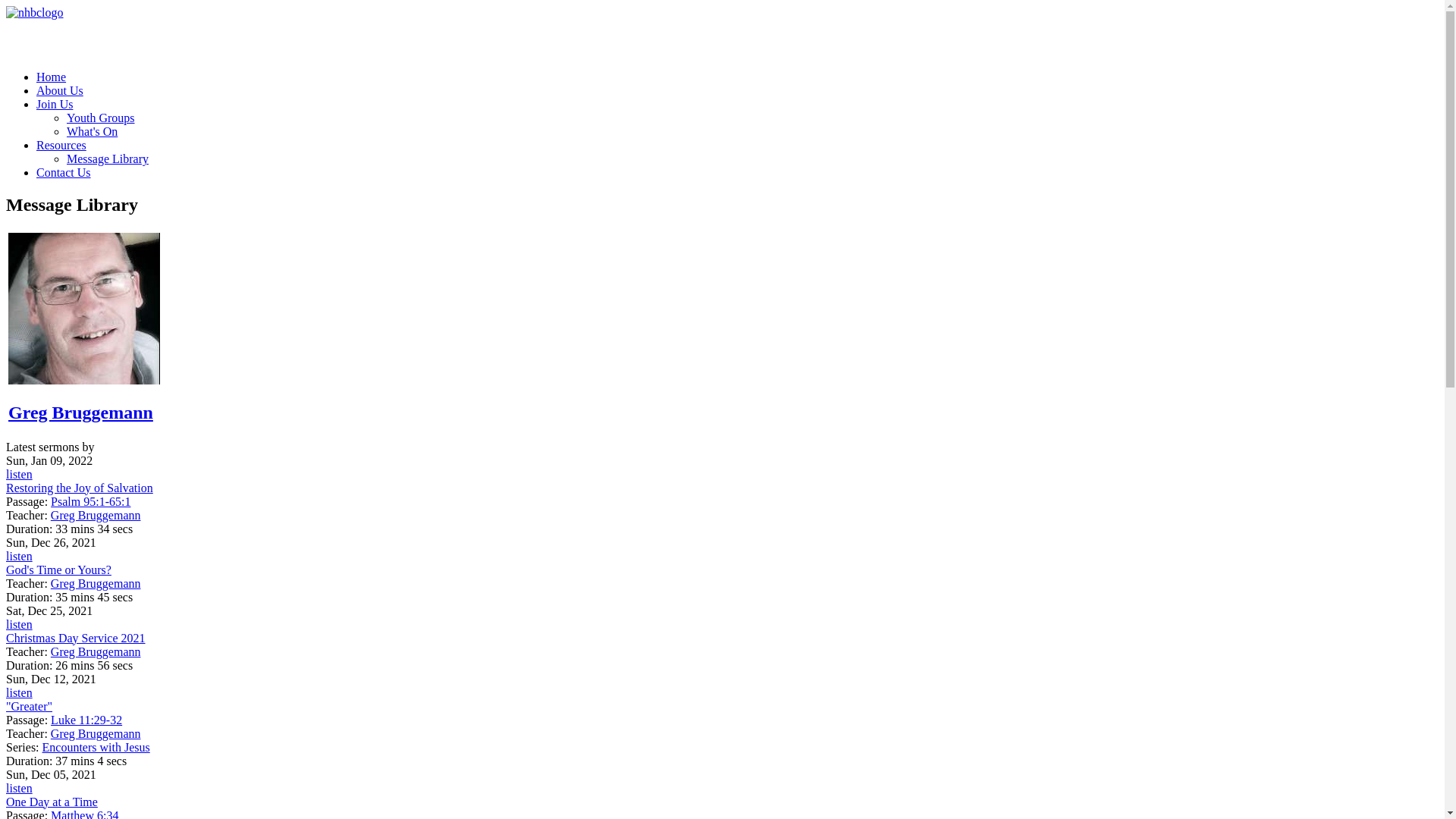 This screenshot has width=1456, height=819. I want to click on 'Message Library', so click(107, 158).